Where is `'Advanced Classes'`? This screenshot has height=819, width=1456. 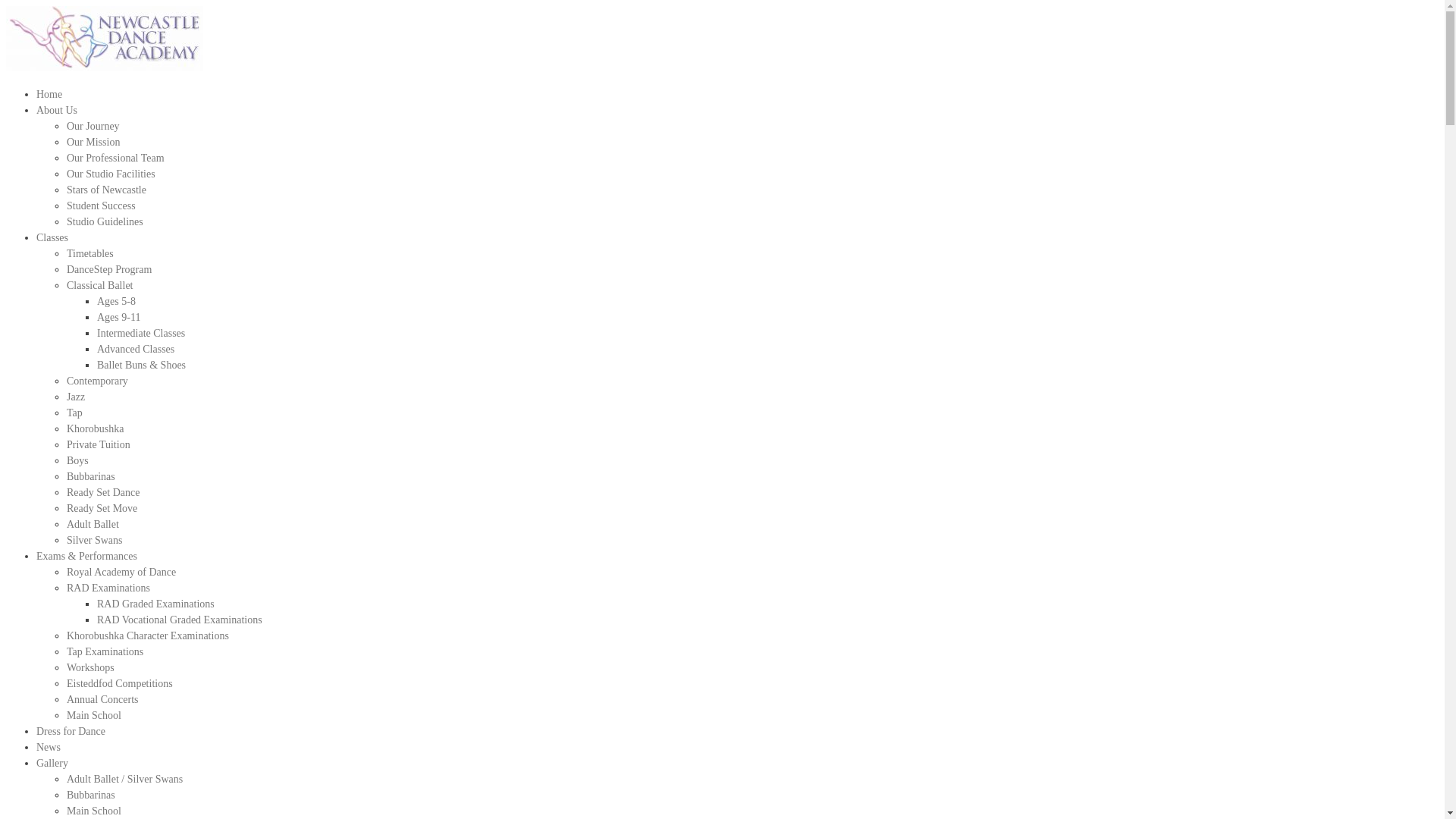 'Advanced Classes' is located at coordinates (96, 349).